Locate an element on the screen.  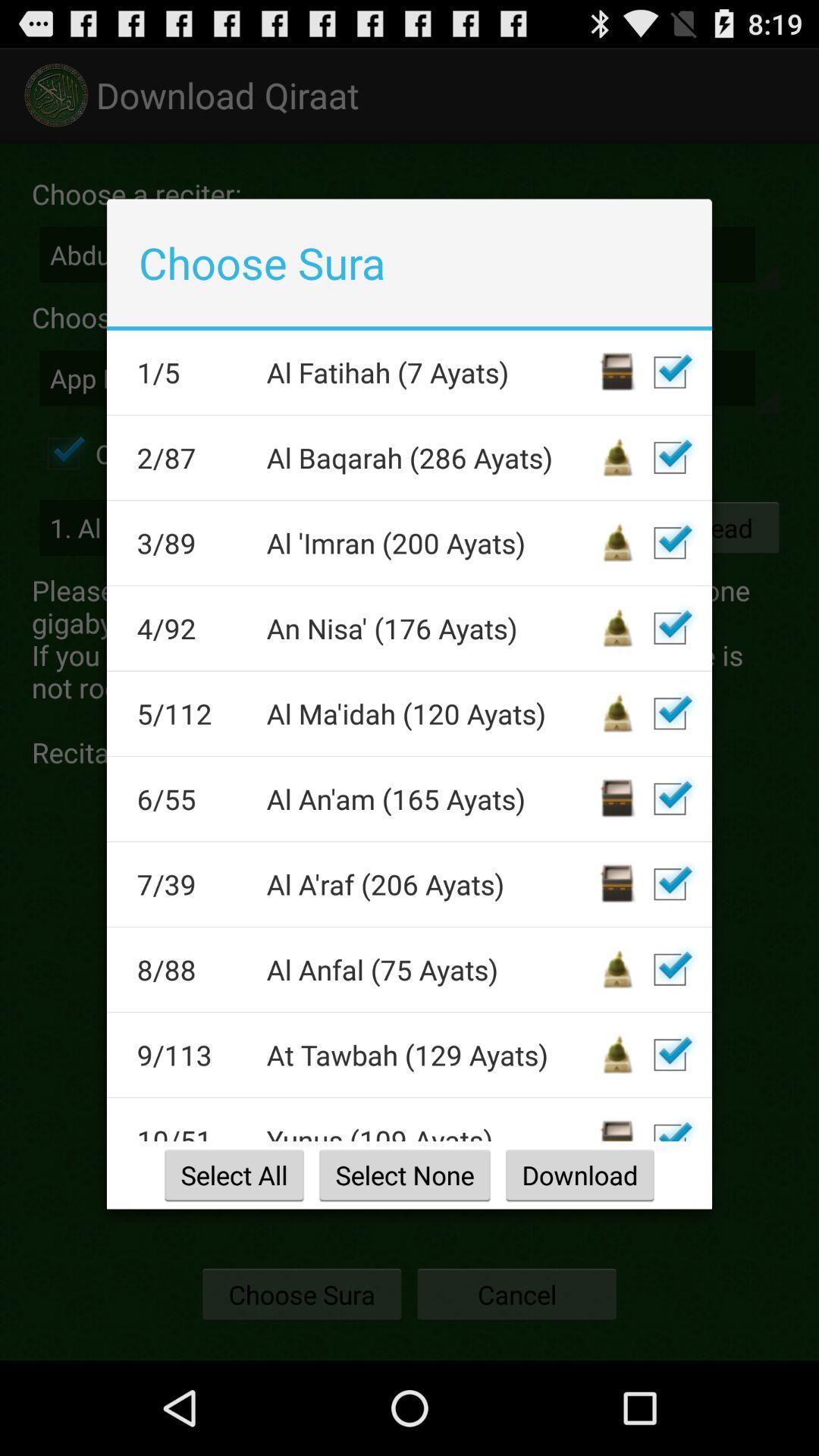
the icon to the left of select none is located at coordinates (234, 1174).